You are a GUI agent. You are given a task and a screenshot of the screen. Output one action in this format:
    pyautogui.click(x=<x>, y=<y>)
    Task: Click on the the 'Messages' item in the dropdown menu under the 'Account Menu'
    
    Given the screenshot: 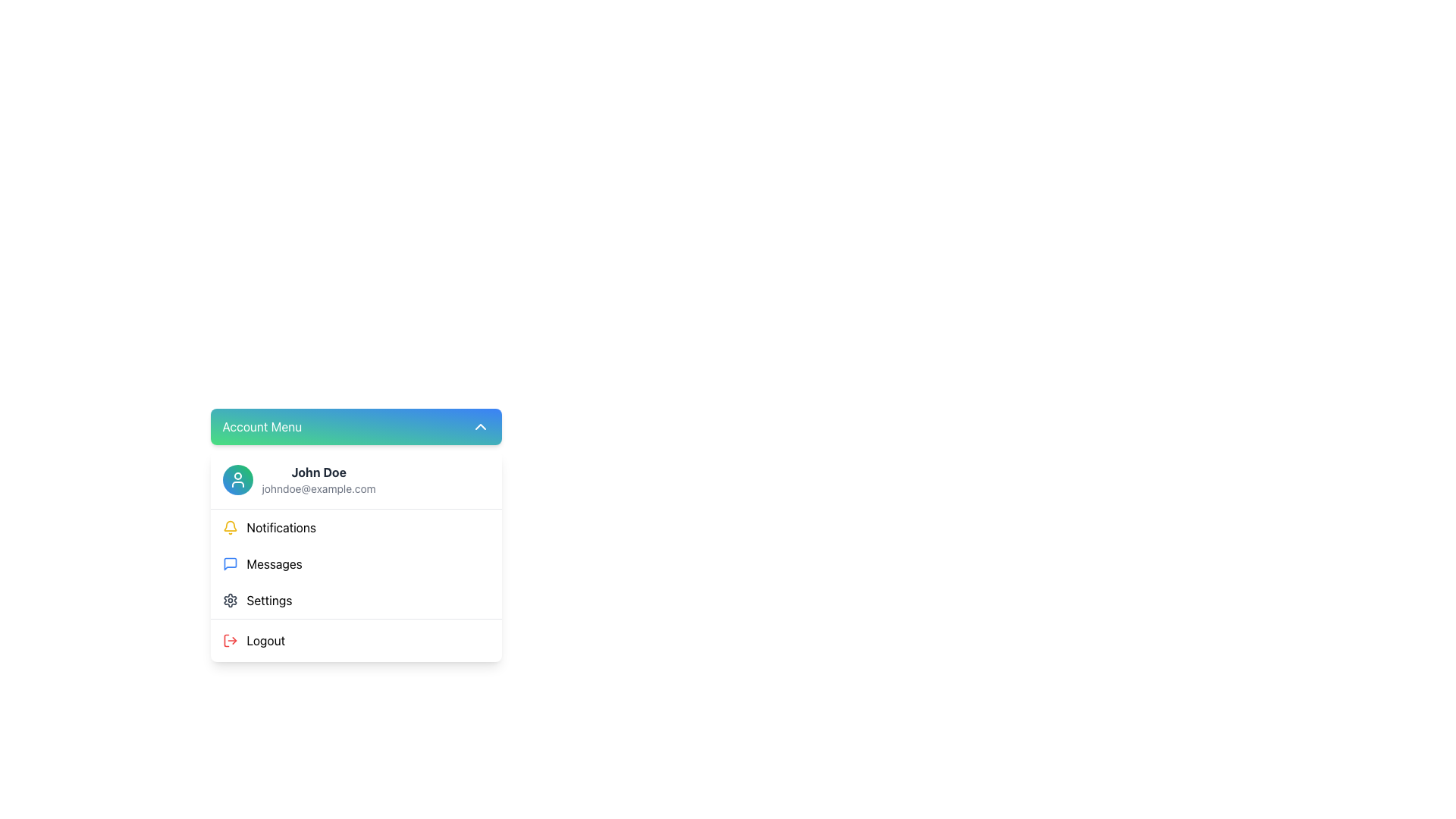 What is the action you would take?
    pyautogui.click(x=355, y=564)
    